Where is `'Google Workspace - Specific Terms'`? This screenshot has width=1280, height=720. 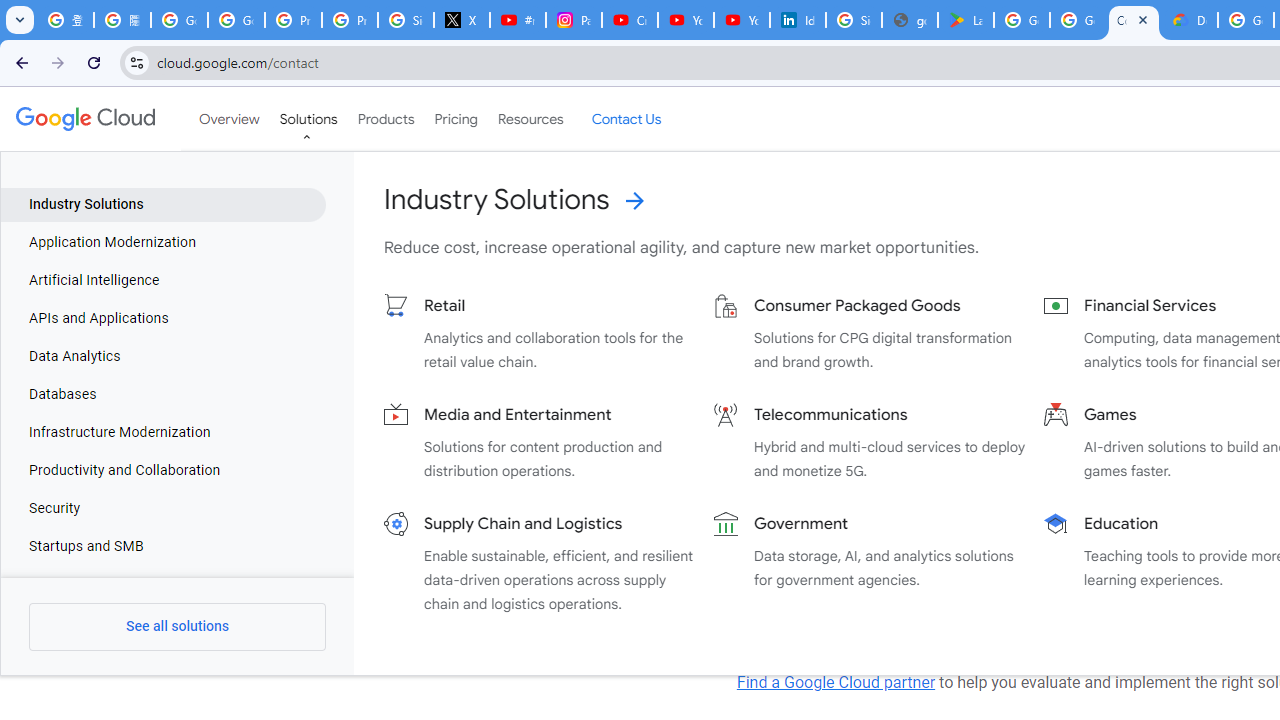
'Google Workspace - Specific Terms' is located at coordinates (1076, 20).